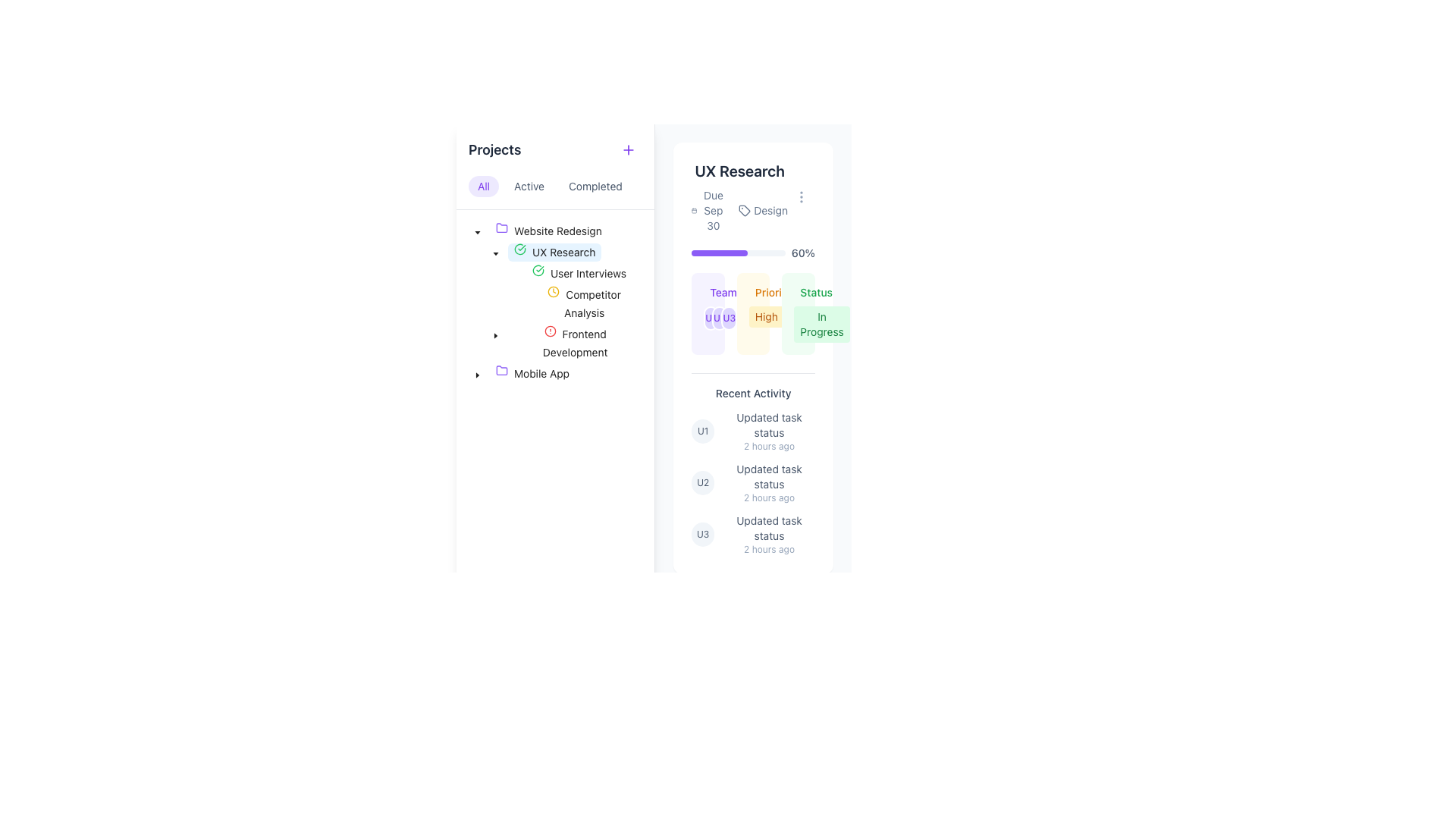 This screenshot has height=819, width=1456. Describe the element at coordinates (495, 335) in the screenshot. I see `the small downward-pointing caret icon in the left sidebar, which indicates the collapsible 'UX Research' section under the 'Website Redesign' project` at that location.